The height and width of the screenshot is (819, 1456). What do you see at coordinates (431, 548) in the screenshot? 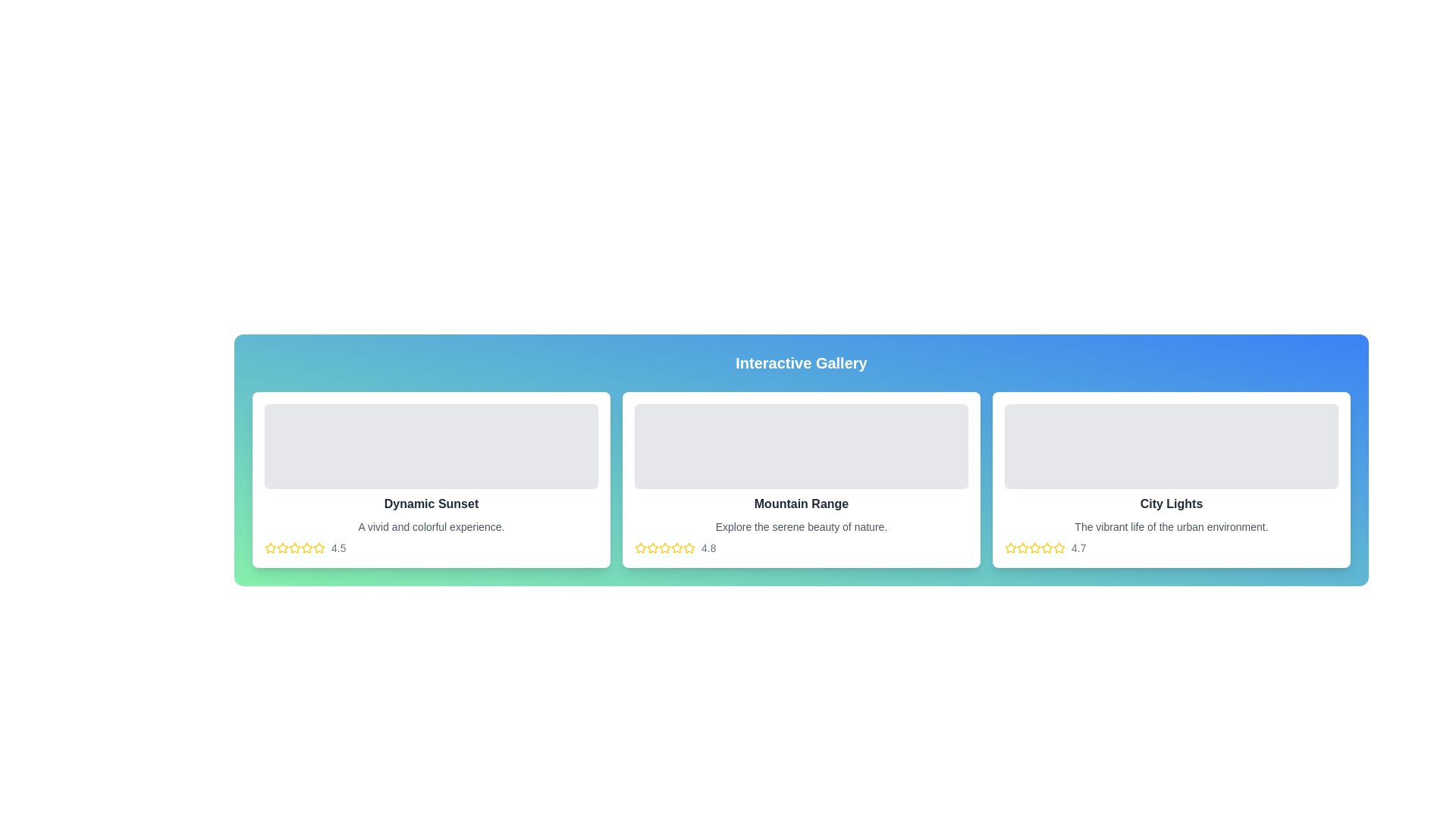
I see `the rating value displayed in the Rating Display located at the bottom of the 'Dynamic Sunset' card, which shows '4.5' as the current rating` at bounding box center [431, 548].